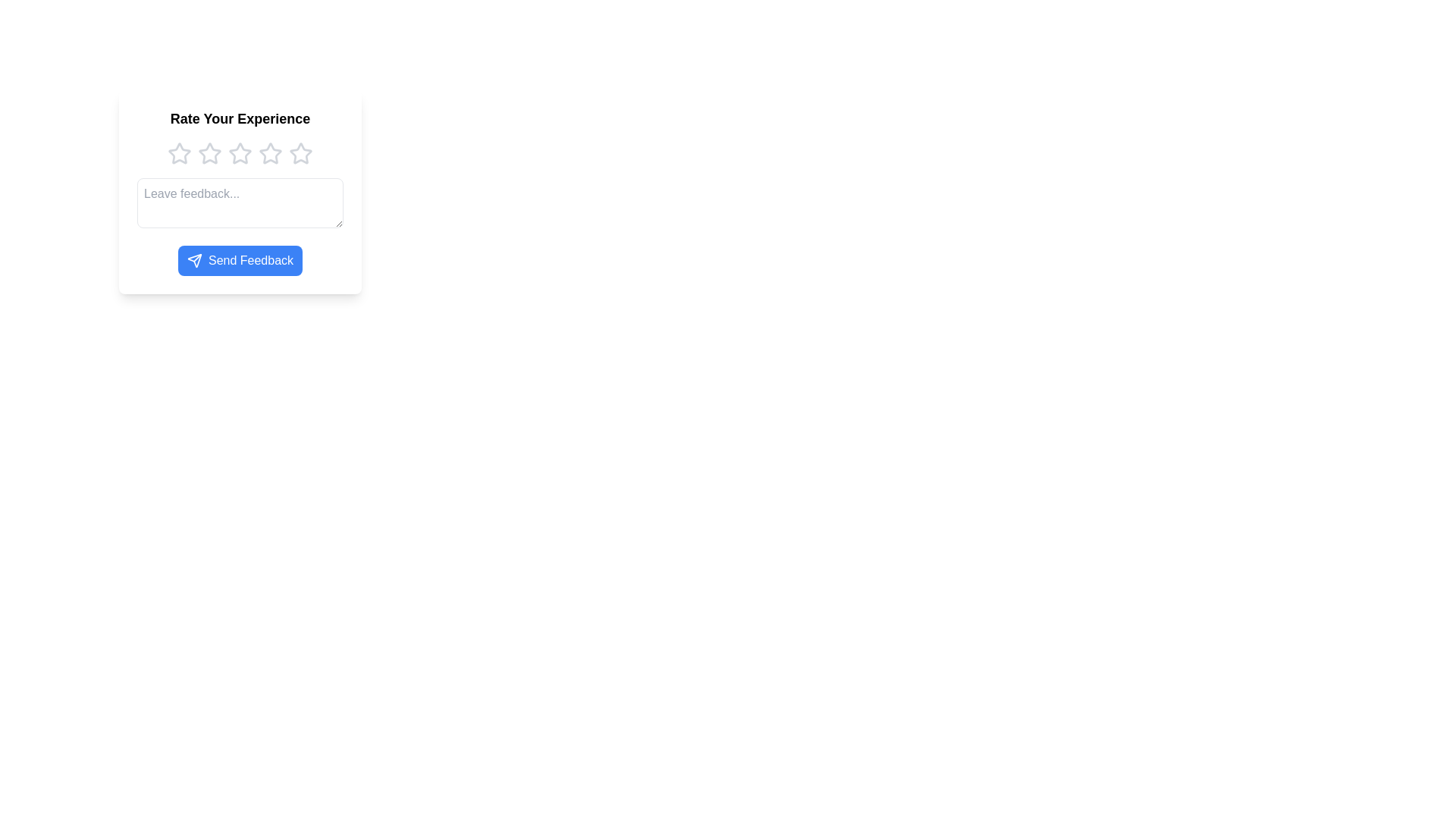 The height and width of the screenshot is (819, 1456). Describe the element at coordinates (179, 153) in the screenshot. I see `the first star icon in the row of five stars used for rating, located beneath the 'Rate Your Experience' header` at that location.